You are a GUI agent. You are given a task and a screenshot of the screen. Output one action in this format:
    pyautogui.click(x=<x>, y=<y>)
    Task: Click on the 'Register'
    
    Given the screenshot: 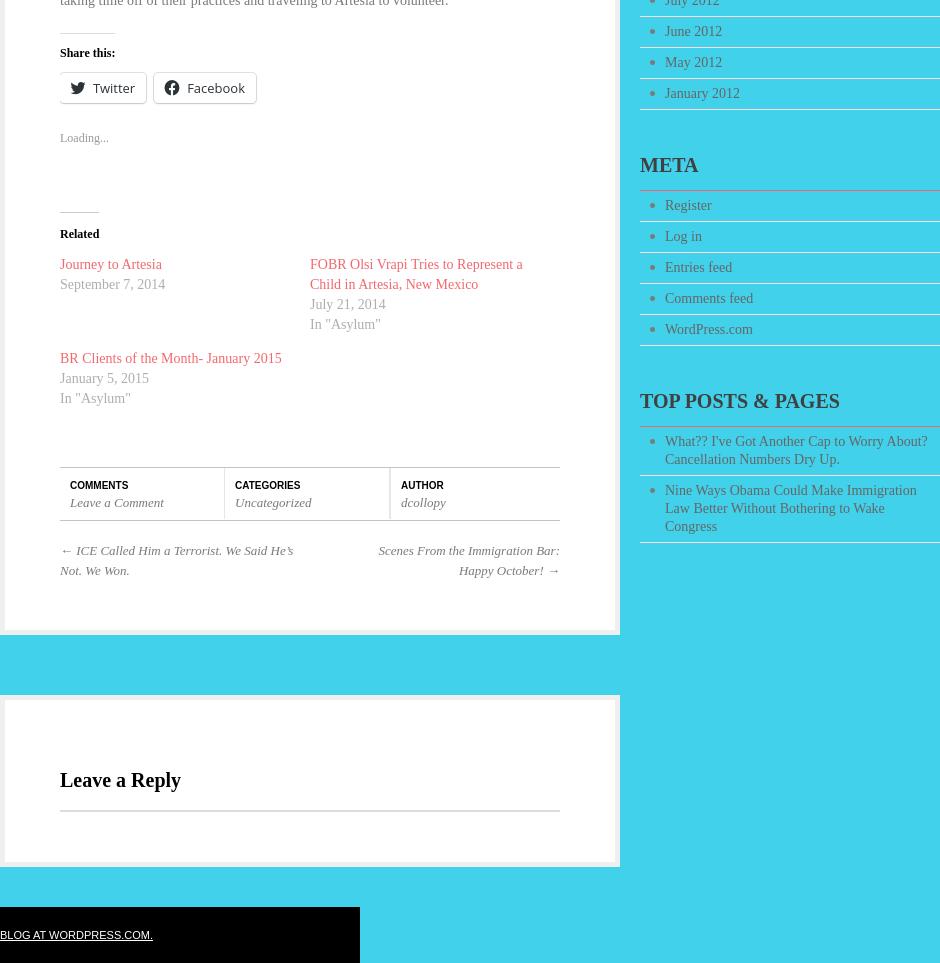 What is the action you would take?
    pyautogui.click(x=686, y=204)
    